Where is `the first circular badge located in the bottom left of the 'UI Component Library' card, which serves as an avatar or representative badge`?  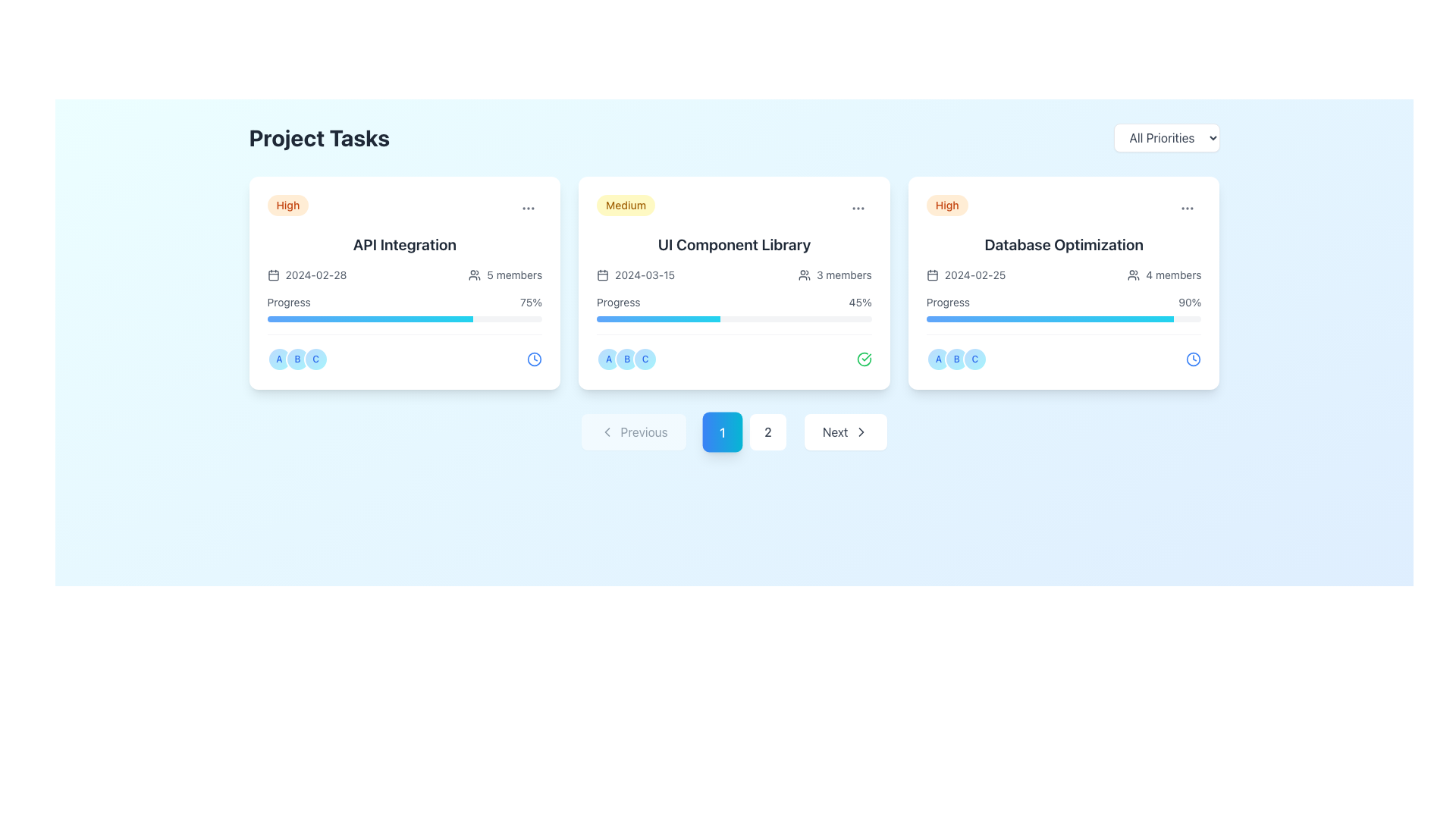
the first circular badge located in the bottom left of the 'UI Component Library' card, which serves as an avatar or representative badge is located at coordinates (609, 359).